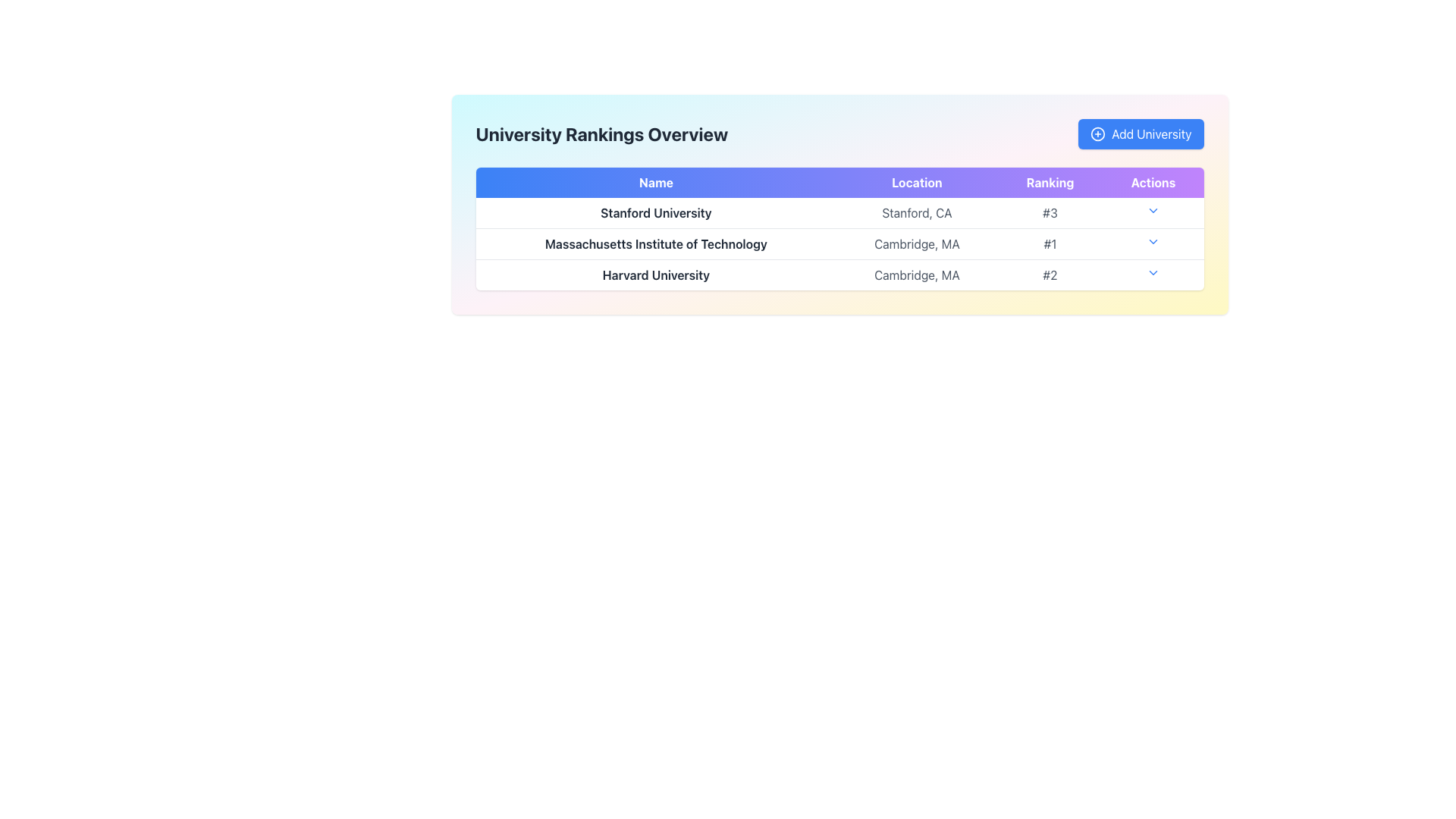 The image size is (1456, 819). I want to click on the text label displaying '#1' in light gray color, located in the 'Ranking' column of the table row for 'Massachusetts Institute of Technology', so click(1050, 243).